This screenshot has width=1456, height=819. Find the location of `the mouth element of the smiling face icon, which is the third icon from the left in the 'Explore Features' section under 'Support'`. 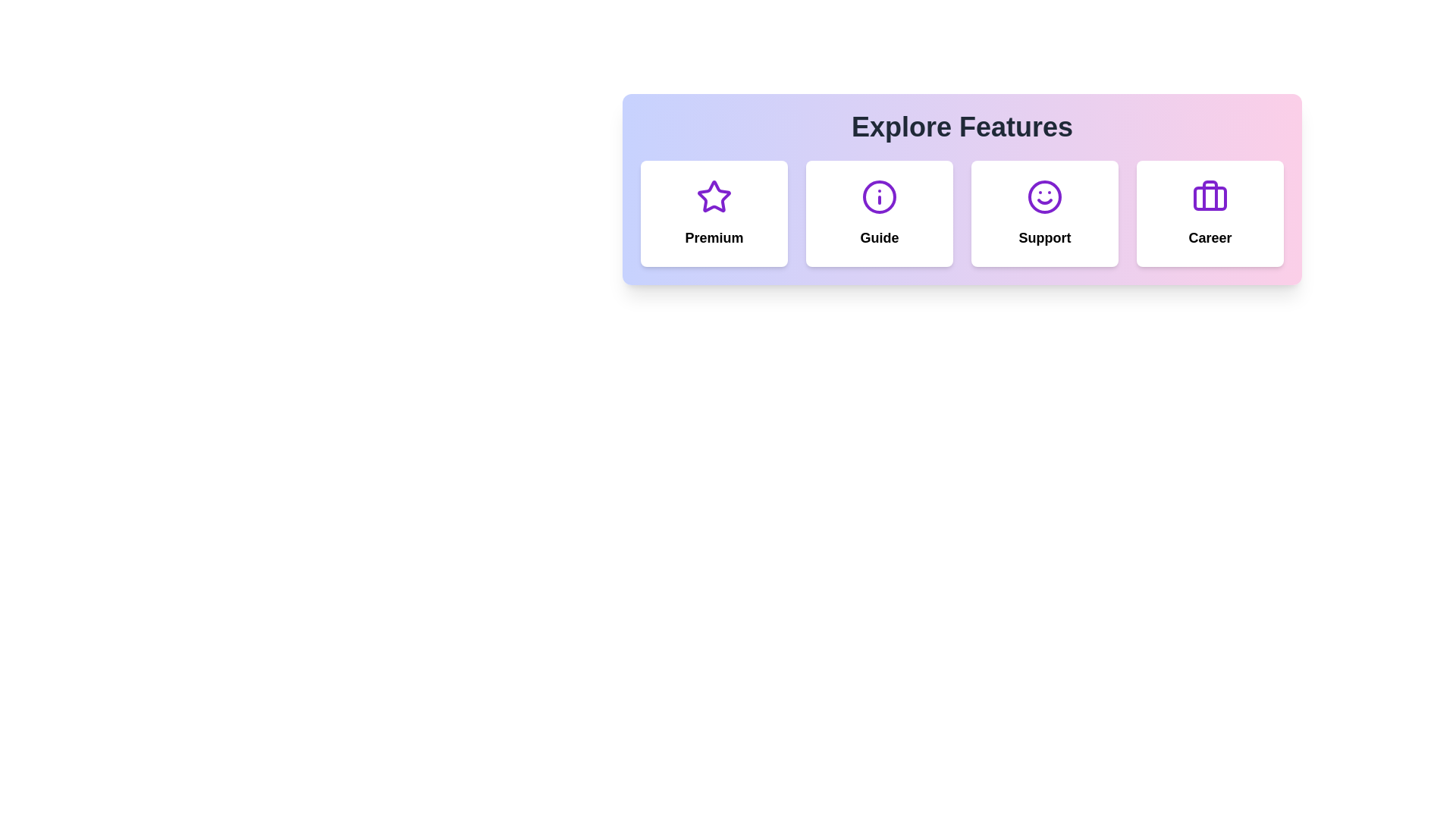

the mouth element of the smiling face icon, which is the third icon from the left in the 'Explore Features' section under 'Support' is located at coordinates (1043, 201).